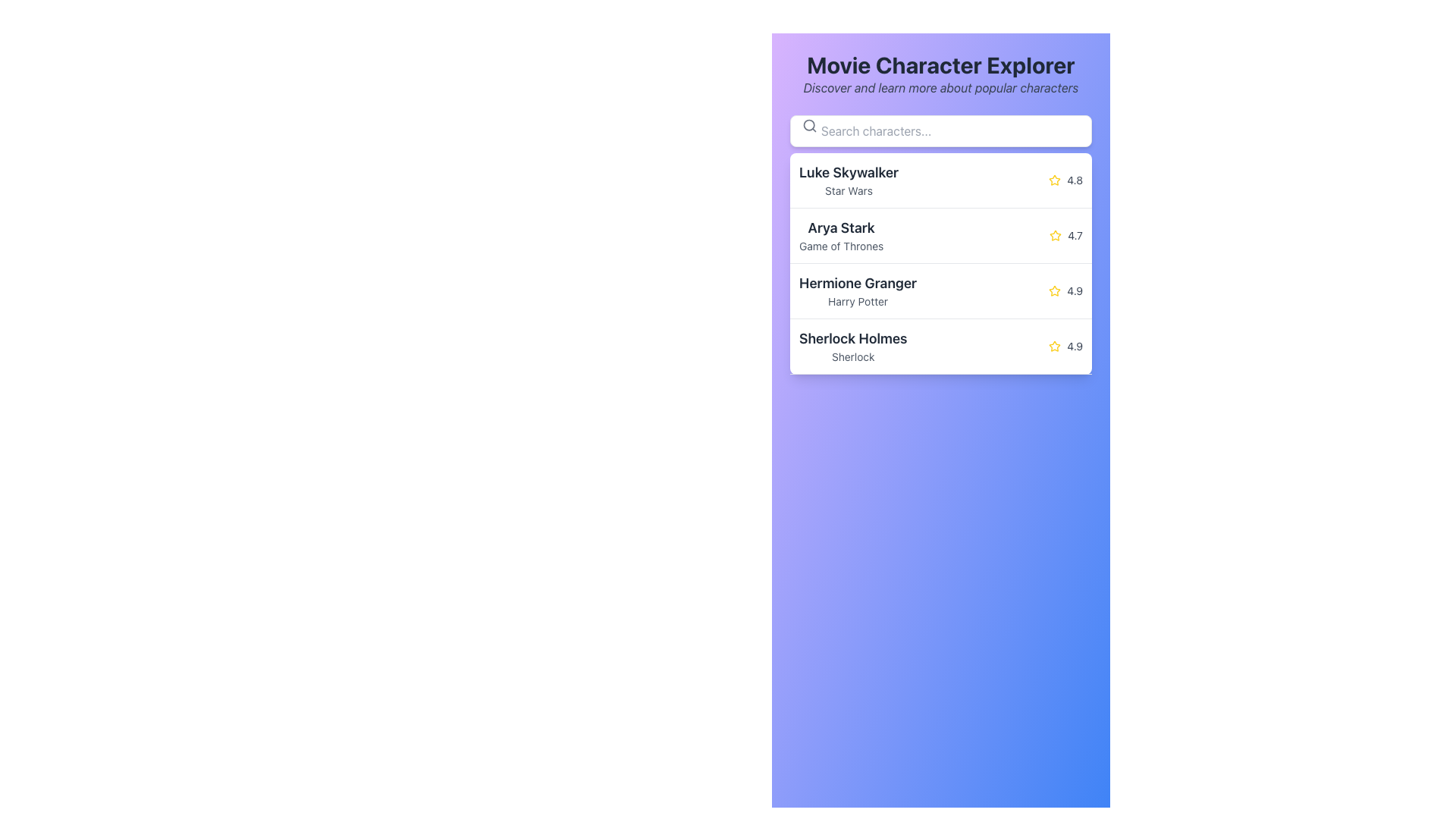 This screenshot has height=819, width=1456. I want to click on the static text element displaying 'Hermione Granger' and 'Harry Potter' in the third row of the 'Movie Character Explorer' list, so click(858, 291).